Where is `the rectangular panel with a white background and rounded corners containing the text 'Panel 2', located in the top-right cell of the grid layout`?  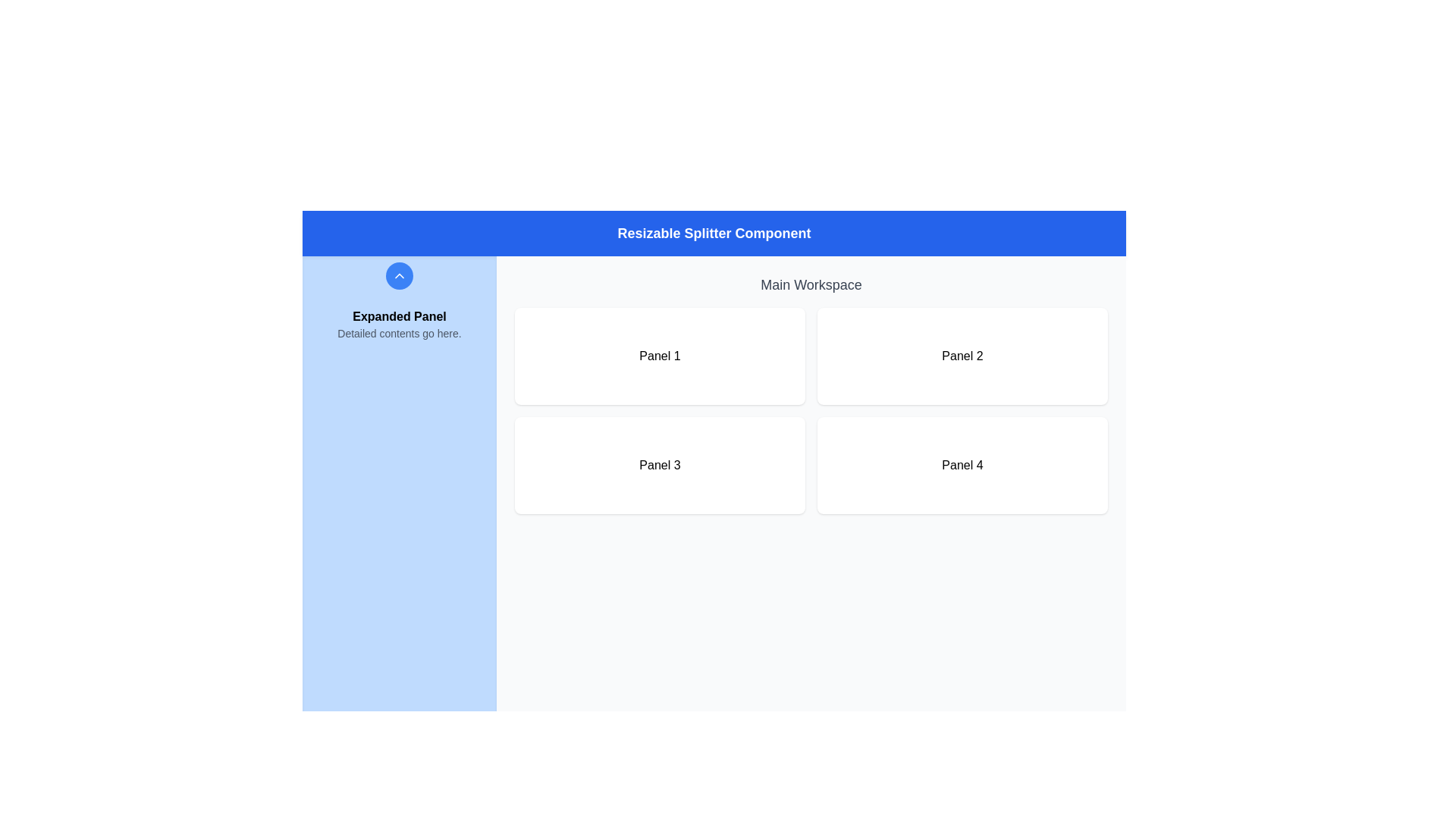 the rectangular panel with a white background and rounded corners containing the text 'Panel 2', located in the top-right cell of the grid layout is located at coordinates (962, 356).